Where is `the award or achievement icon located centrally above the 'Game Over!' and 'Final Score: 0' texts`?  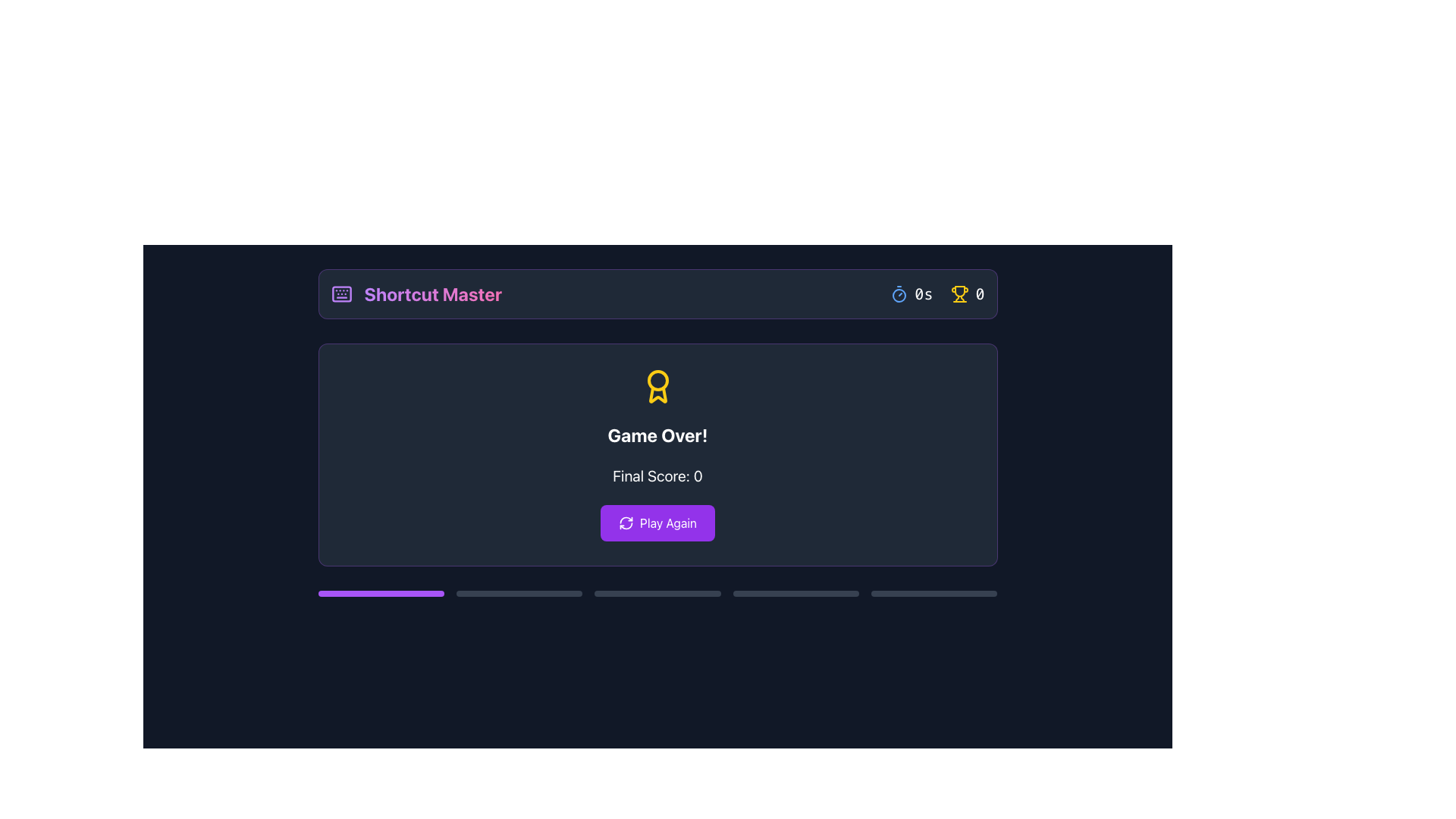 the award or achievement icon located centrally above the 'Game Over!' and 'Final Score: 0' texts is located at coordinates (657, 385).